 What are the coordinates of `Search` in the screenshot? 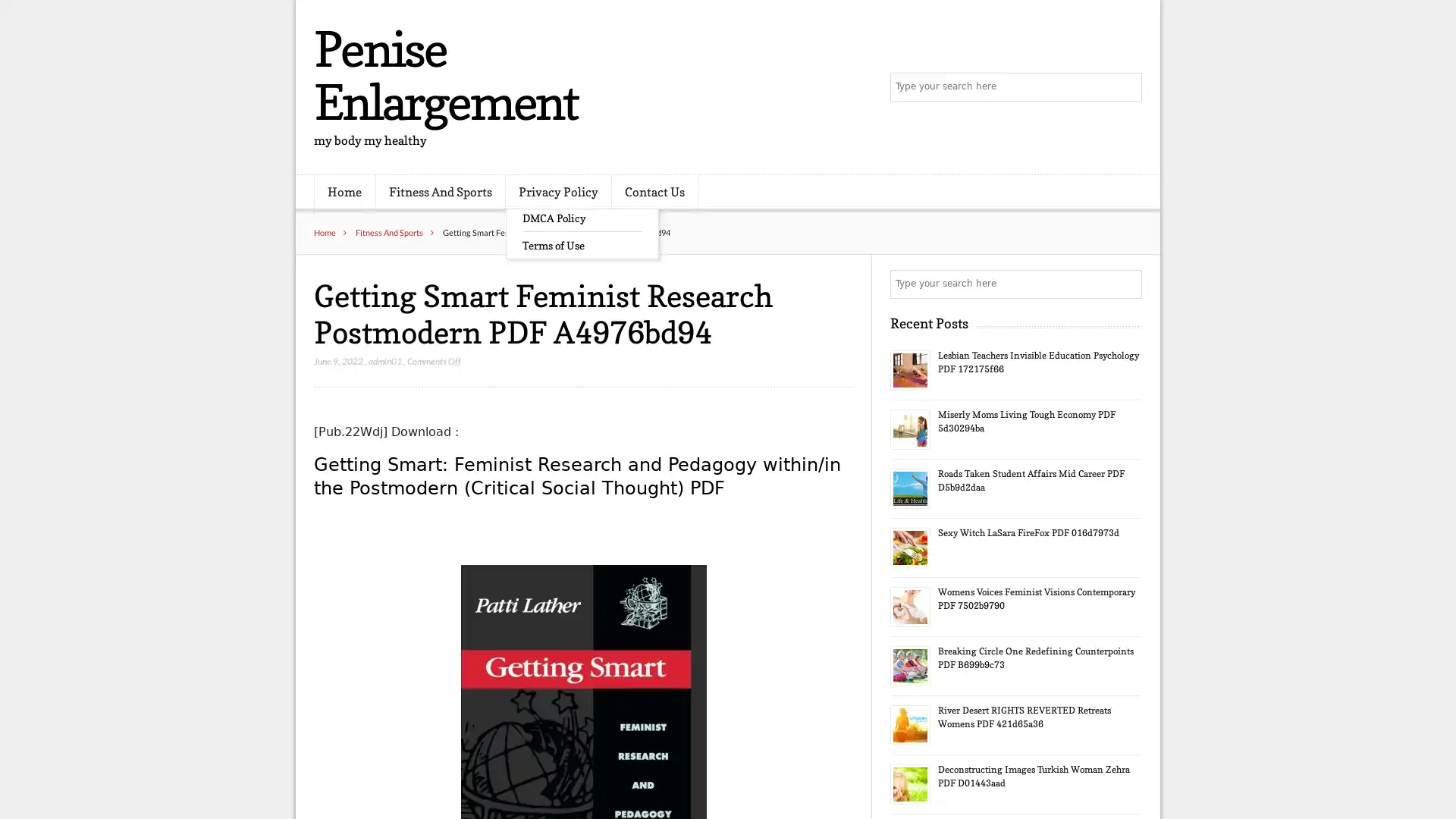 It's located at (1126, 284).